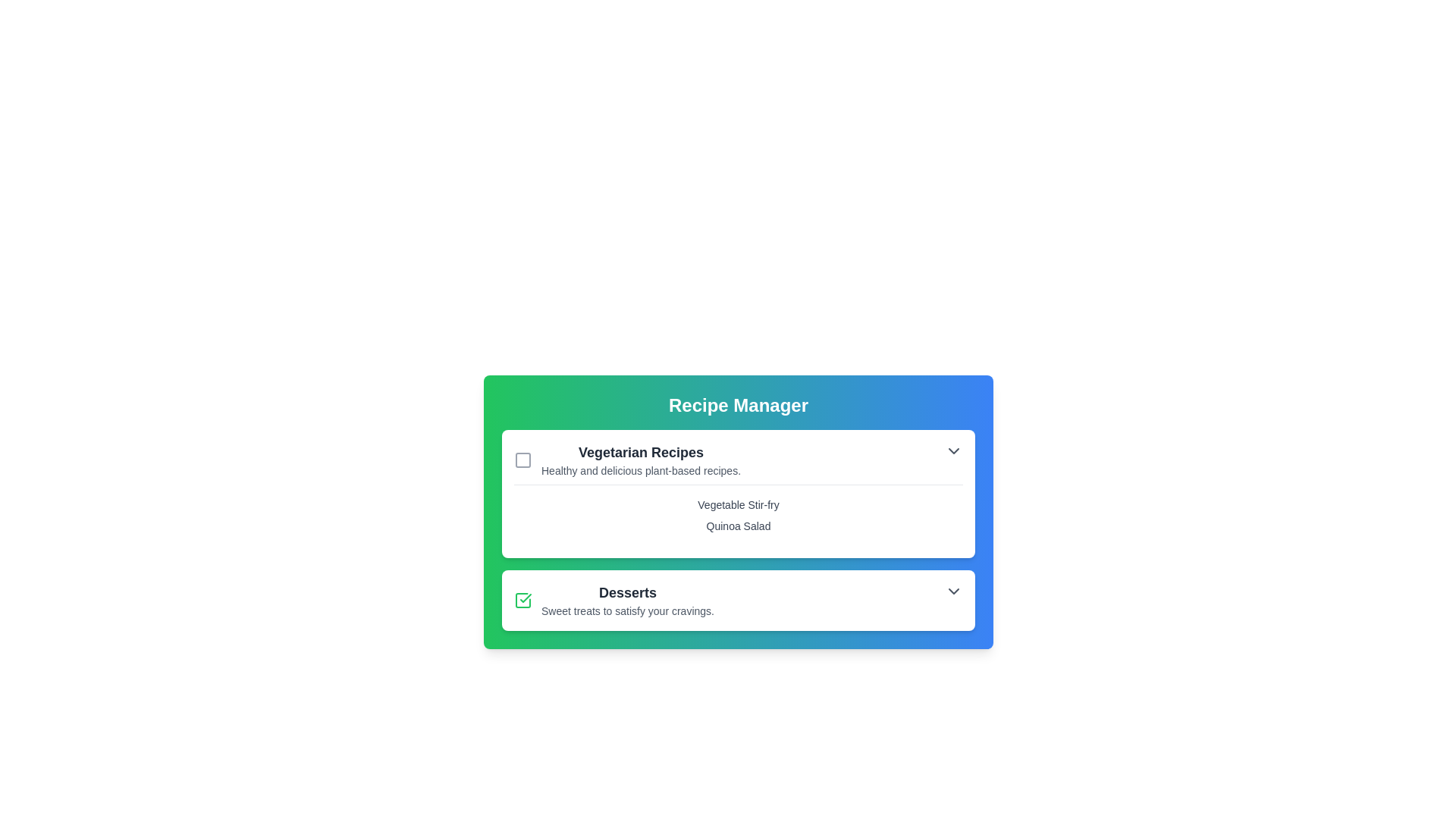 The width and height of the screenshot is (1456, 819). What do you see at coordinates (627, 459) in the screenshot?
I see `the 'Vegetarian Recipes' label and description pair, which includes a bold heading and a subheading with an outlined square icon to the left, located in the Recipe Manager section` at bounding box center [627, 459].